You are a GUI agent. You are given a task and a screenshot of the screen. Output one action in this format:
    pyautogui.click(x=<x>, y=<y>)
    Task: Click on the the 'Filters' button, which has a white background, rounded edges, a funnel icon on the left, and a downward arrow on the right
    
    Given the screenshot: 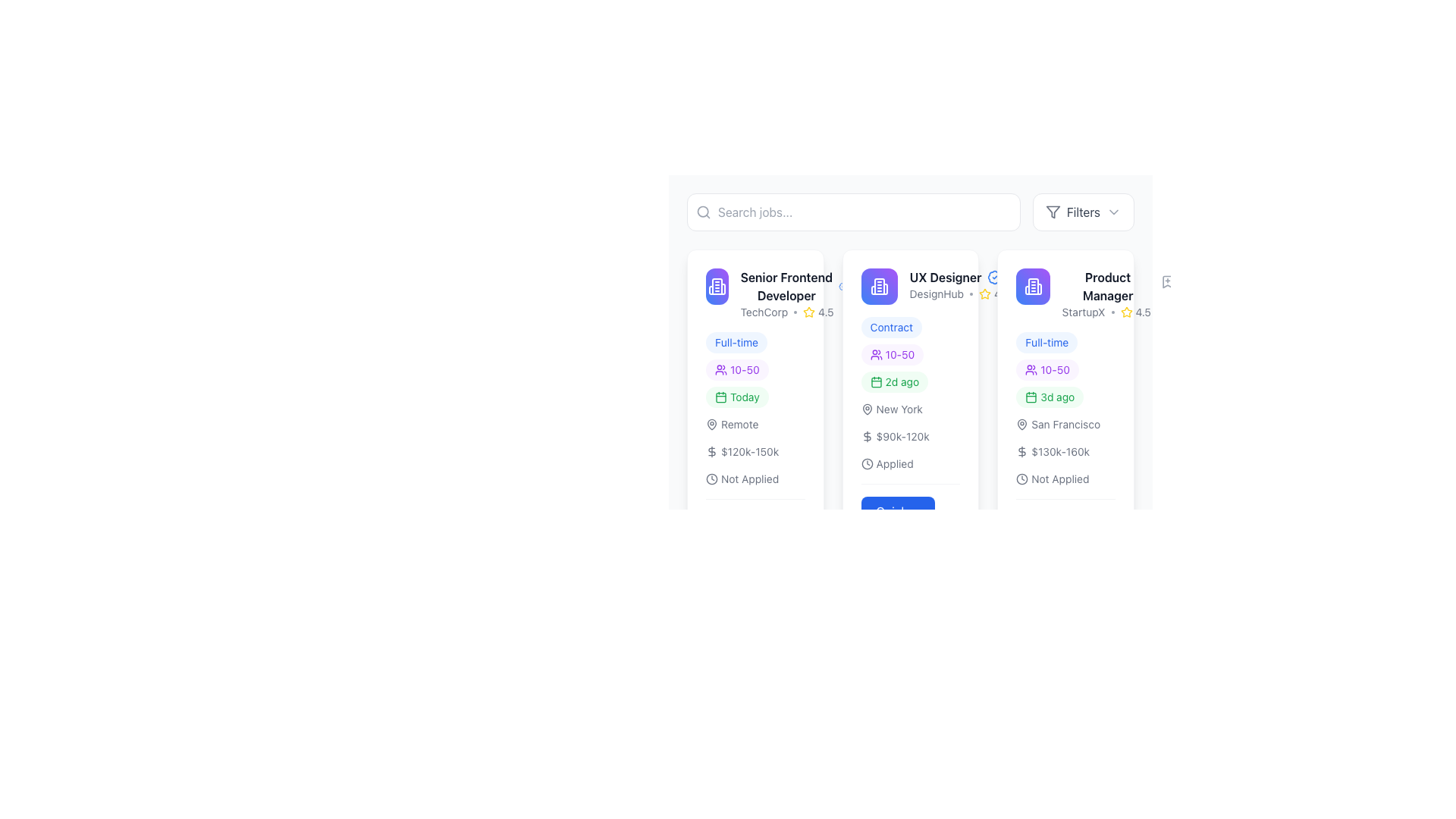 What is the action you would take?
    pyautogui.click(x=1082, y=212)
    